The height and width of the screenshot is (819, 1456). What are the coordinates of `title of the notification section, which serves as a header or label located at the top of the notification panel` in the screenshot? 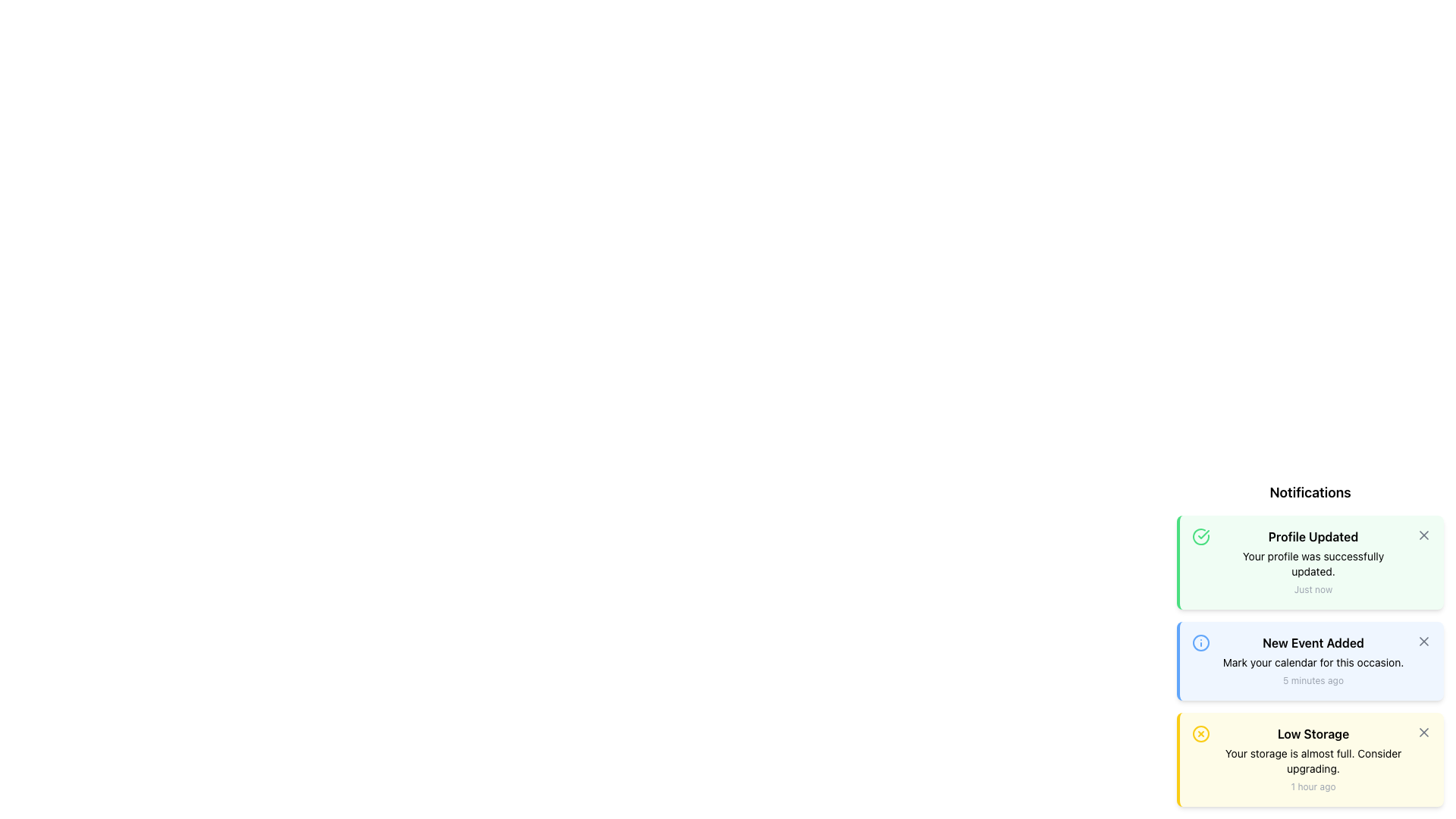 It's located at (1310, 493).